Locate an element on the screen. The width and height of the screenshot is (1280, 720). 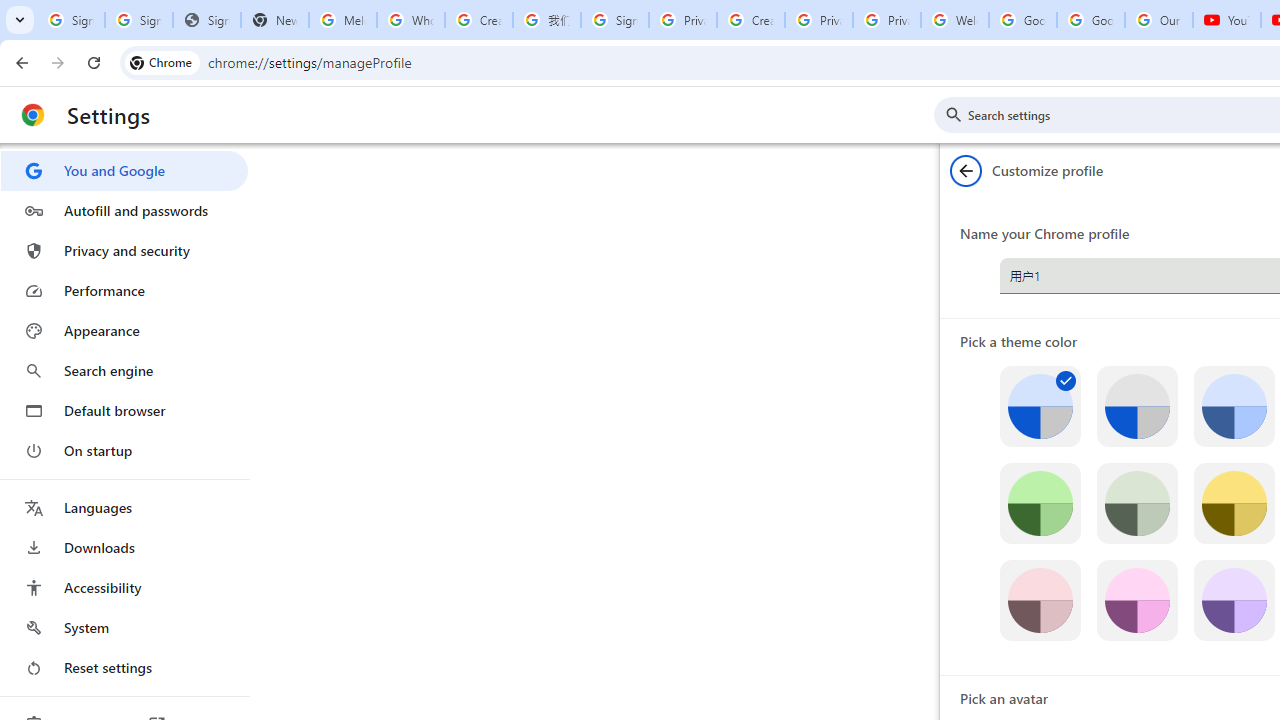
'Search engine' is located at coordinates (123, 371).